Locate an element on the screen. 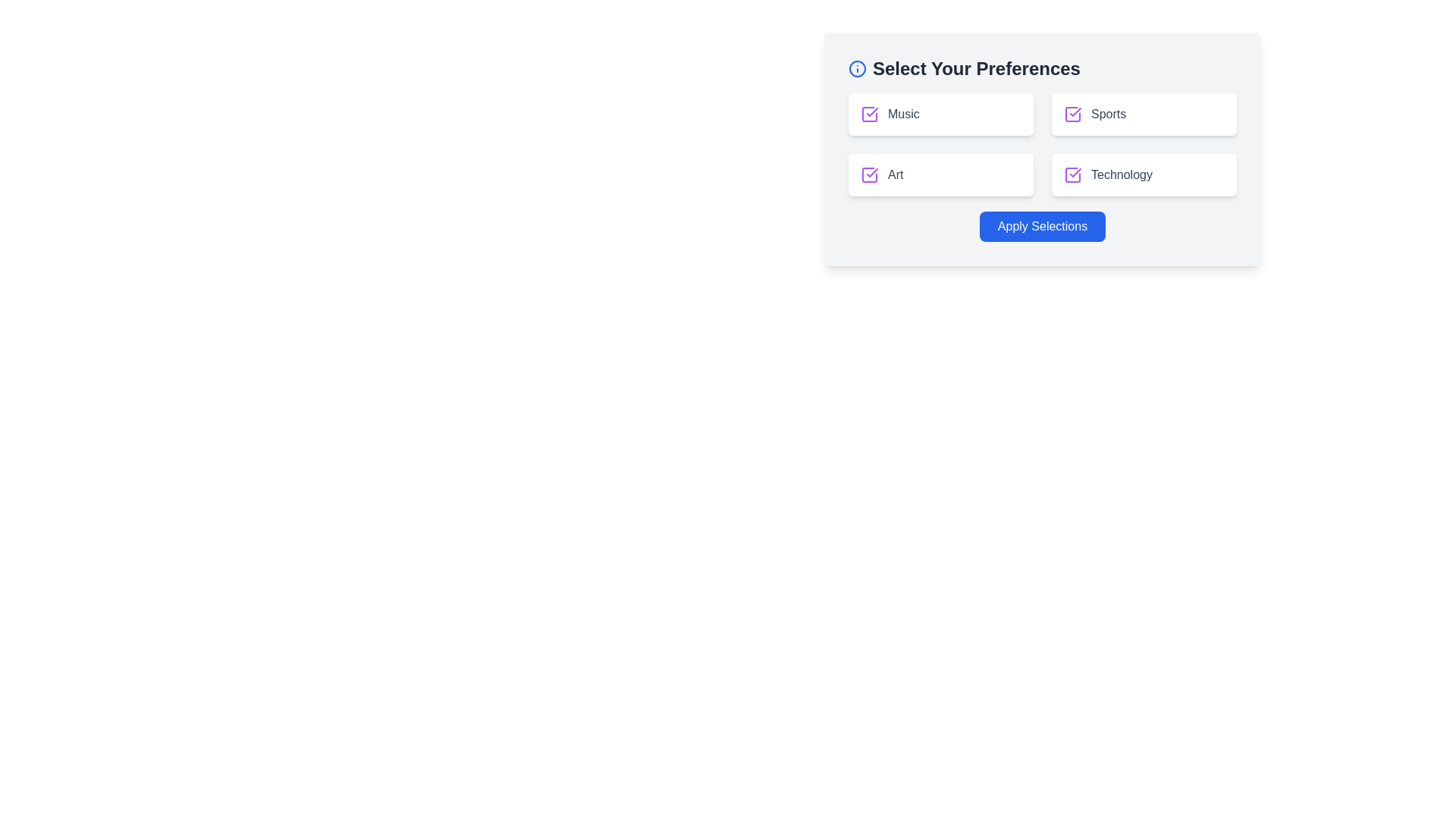  the 'Sports' label text, which serves as a label for a preference option in the second row, second column of the grid arrangement, adjacent to a checkbox is located at coordinates (1109, 113).